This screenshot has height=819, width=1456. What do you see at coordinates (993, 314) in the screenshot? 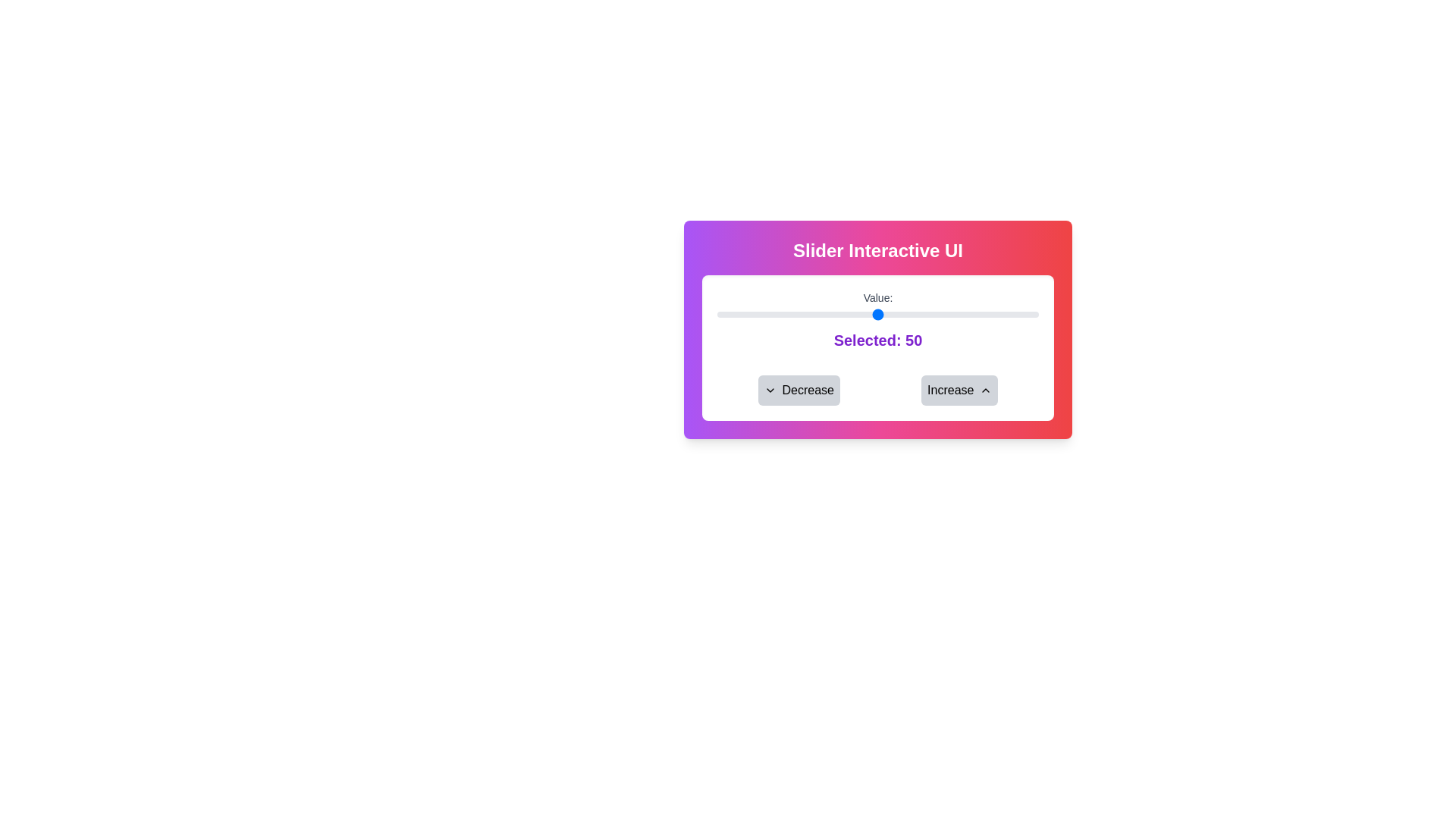
I see `the slider value` at bounding box center [993, 314].